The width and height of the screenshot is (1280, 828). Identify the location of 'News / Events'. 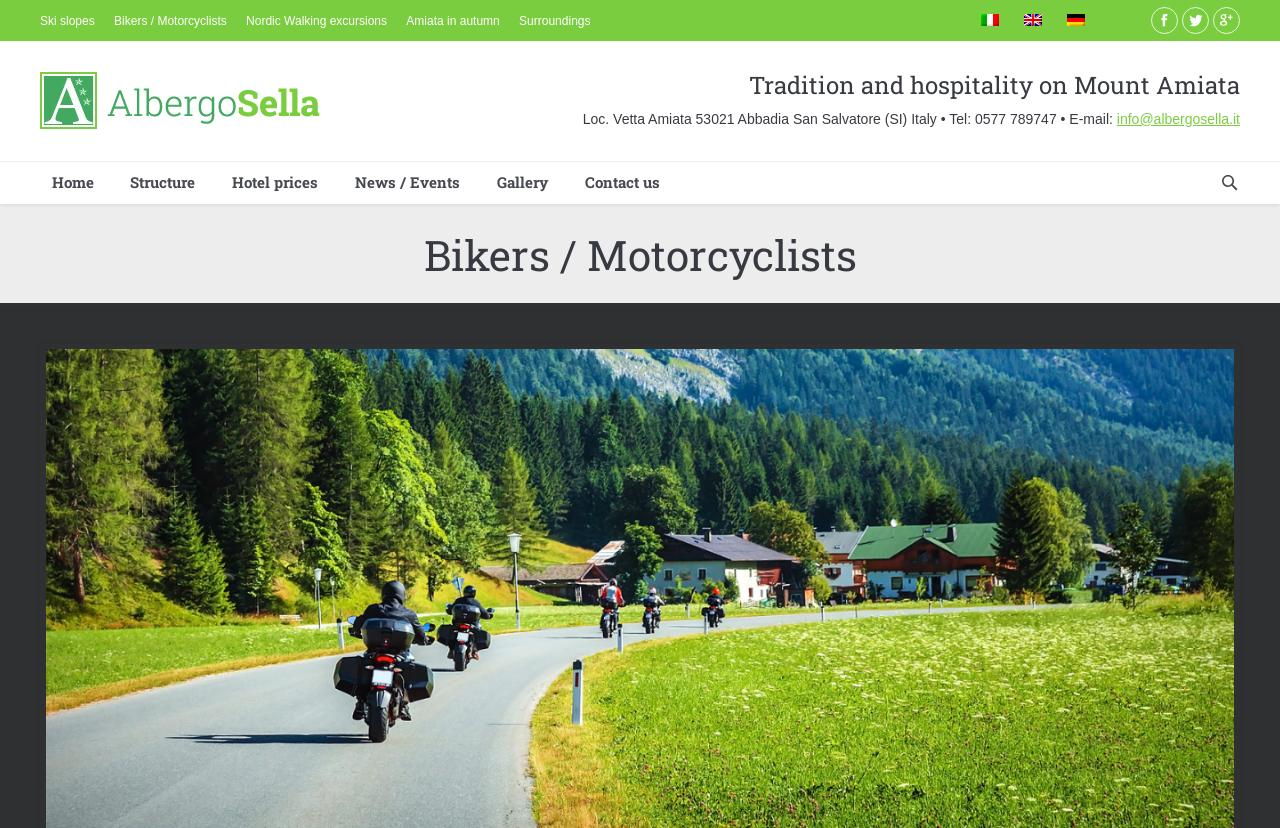
(406, 180).